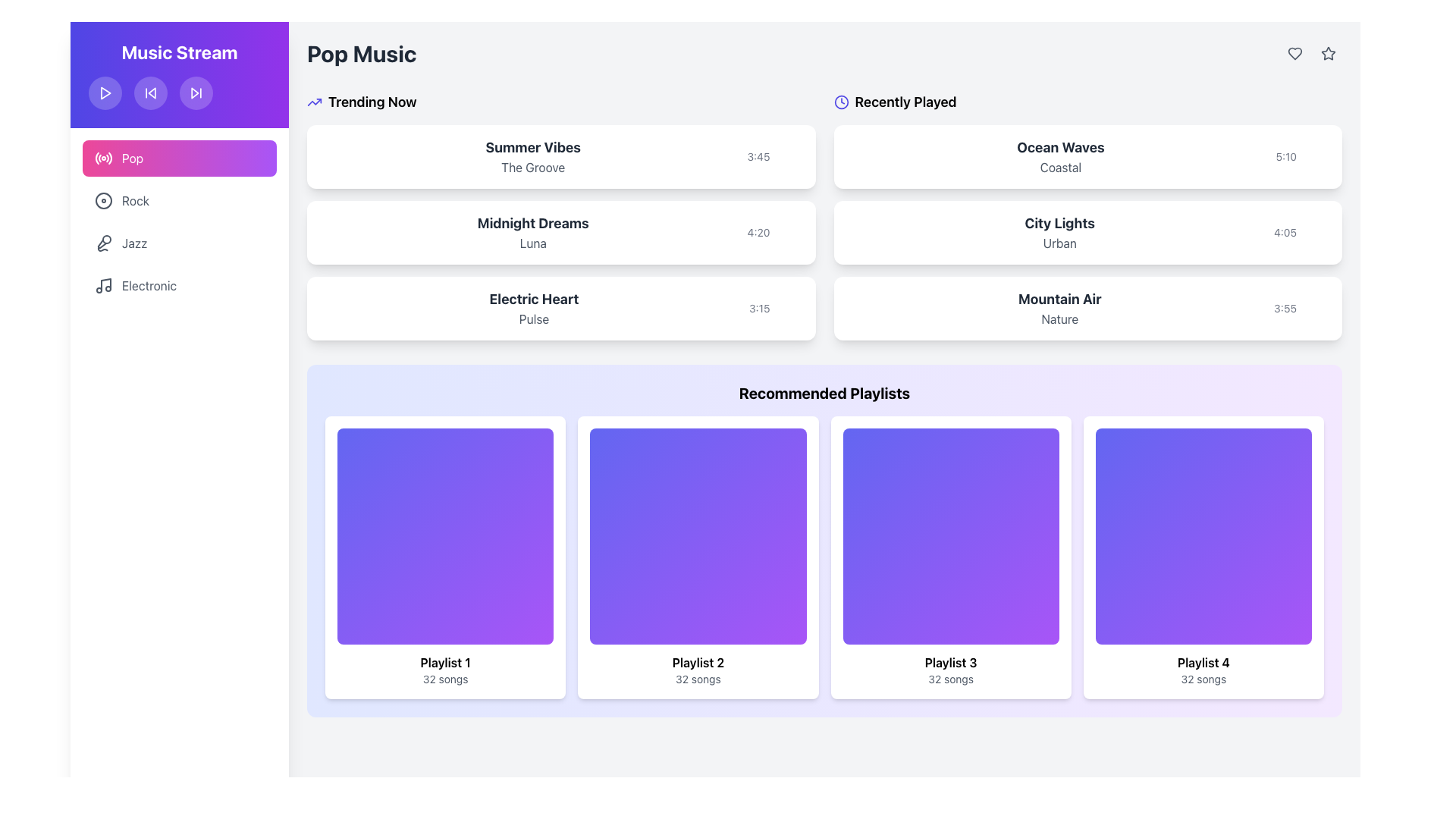 The image size is (1456, 819). What do you see at coordinates (824, 393) in the screenshot?
I see `the static text header that introduces the section for recommended playlists, centrally located above the playlist cards` at bounding box center [824, 393].